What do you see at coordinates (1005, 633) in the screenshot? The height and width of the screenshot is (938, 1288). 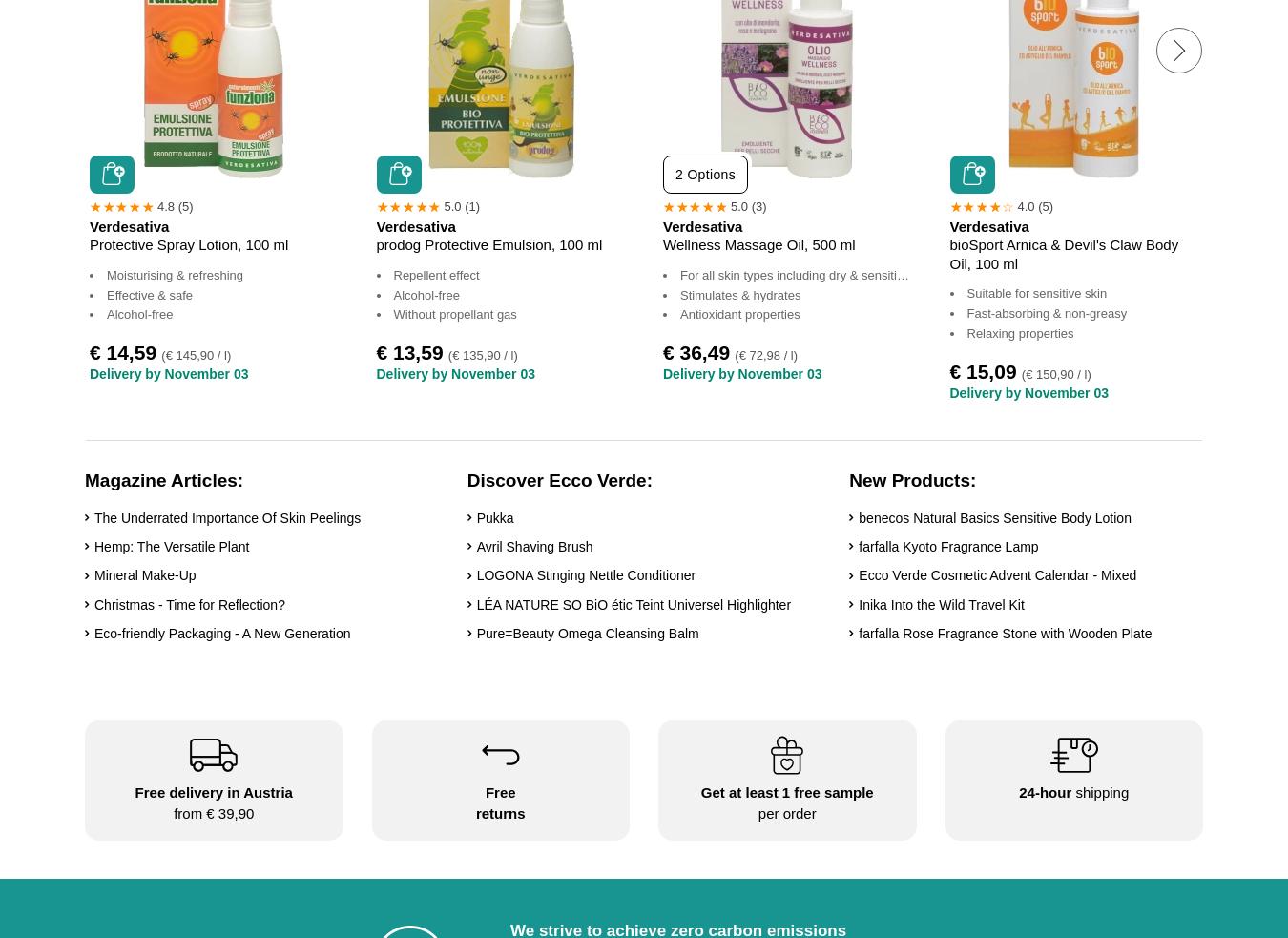 I see `'farfalla Rose Fragrance Stone with Wooden Plate'` at bounding box center [1005, 633].